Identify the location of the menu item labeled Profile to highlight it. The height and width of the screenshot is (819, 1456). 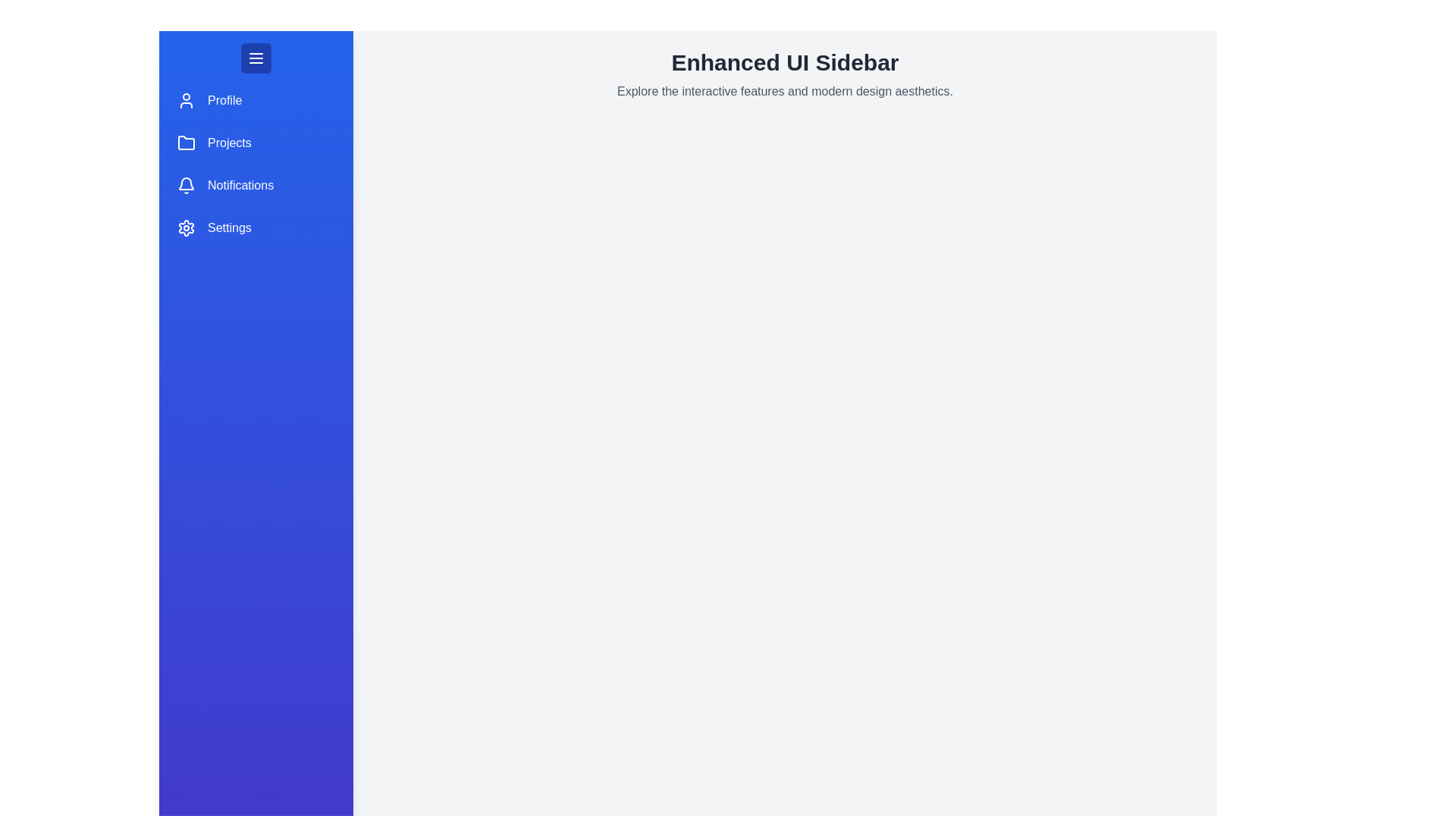
(256, 100).